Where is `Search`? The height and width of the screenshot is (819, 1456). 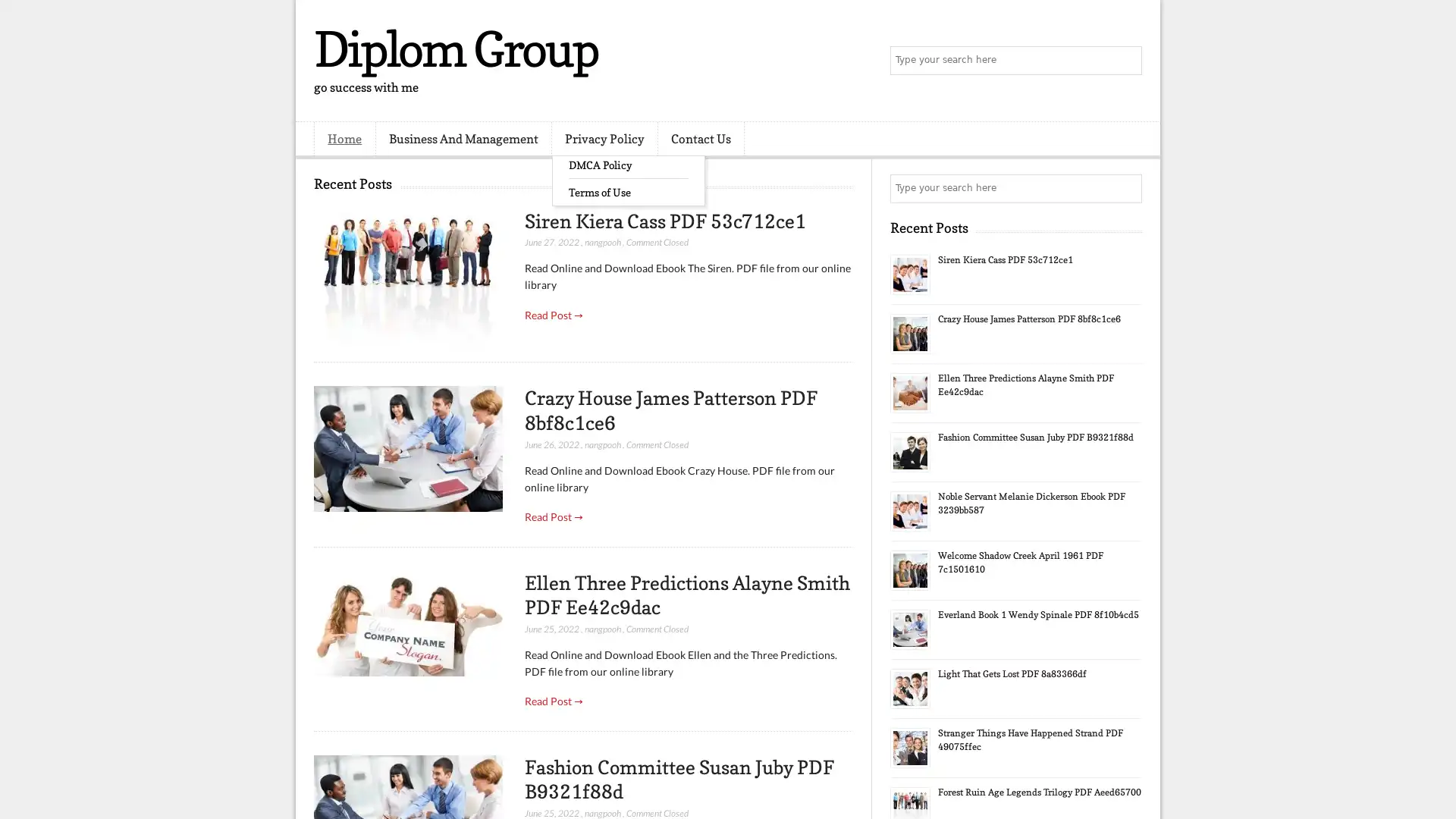 Search is located at coordinates (1126, 61).